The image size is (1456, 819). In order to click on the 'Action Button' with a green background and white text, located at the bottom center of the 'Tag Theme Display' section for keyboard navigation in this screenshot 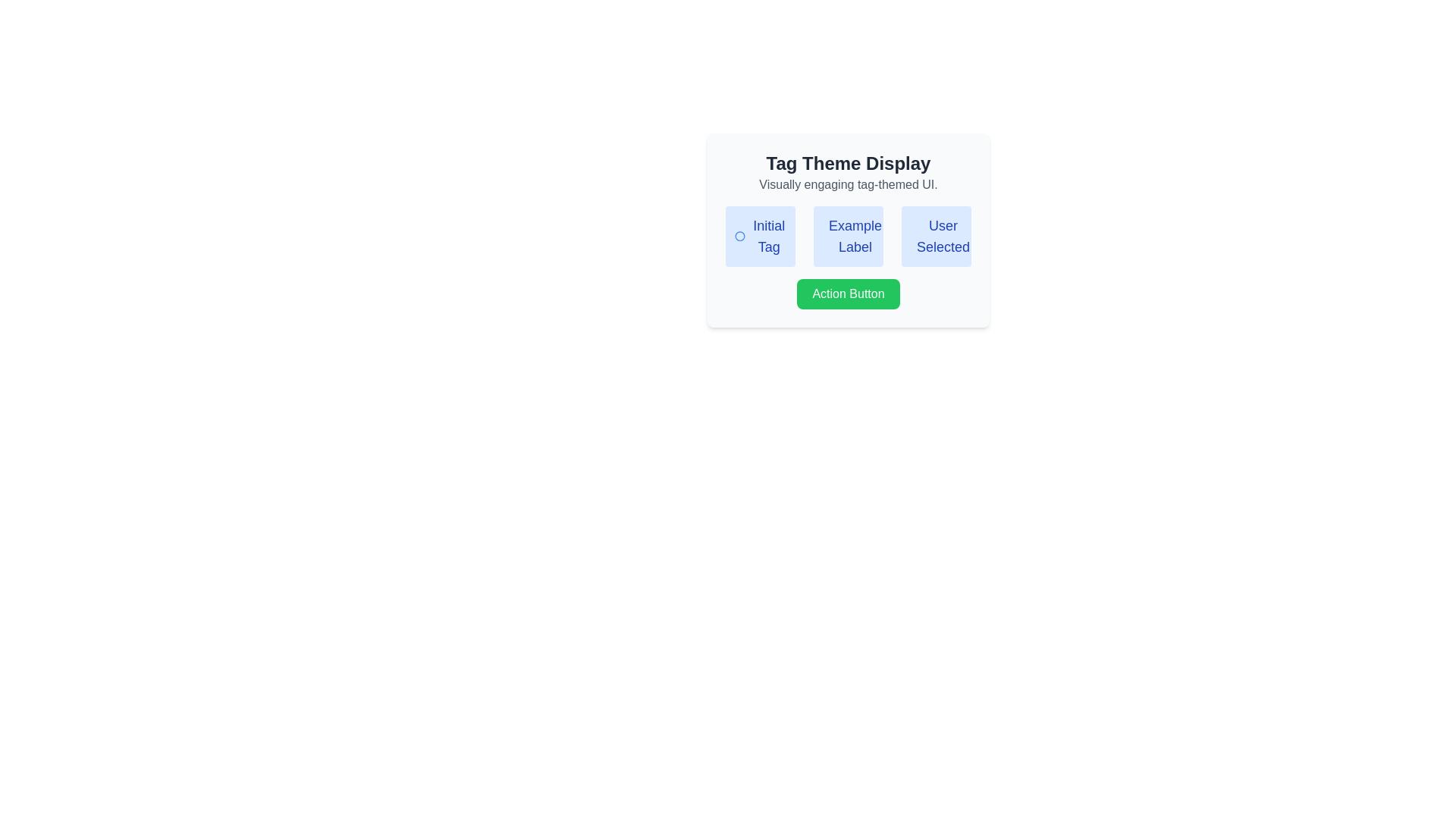, I will do `click(847, 294)`.